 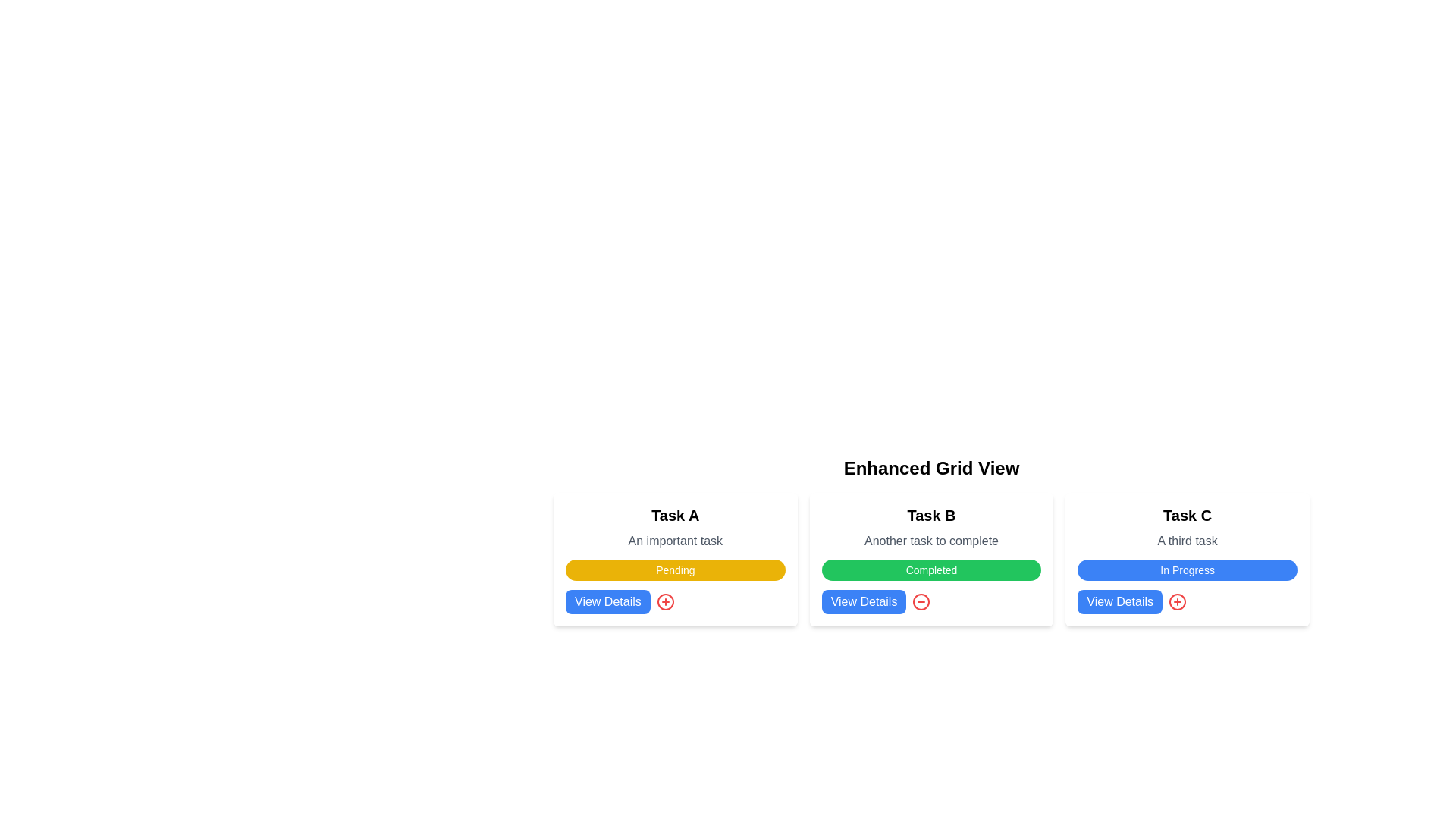 I want to click on the button, so click(x=665, y=601).